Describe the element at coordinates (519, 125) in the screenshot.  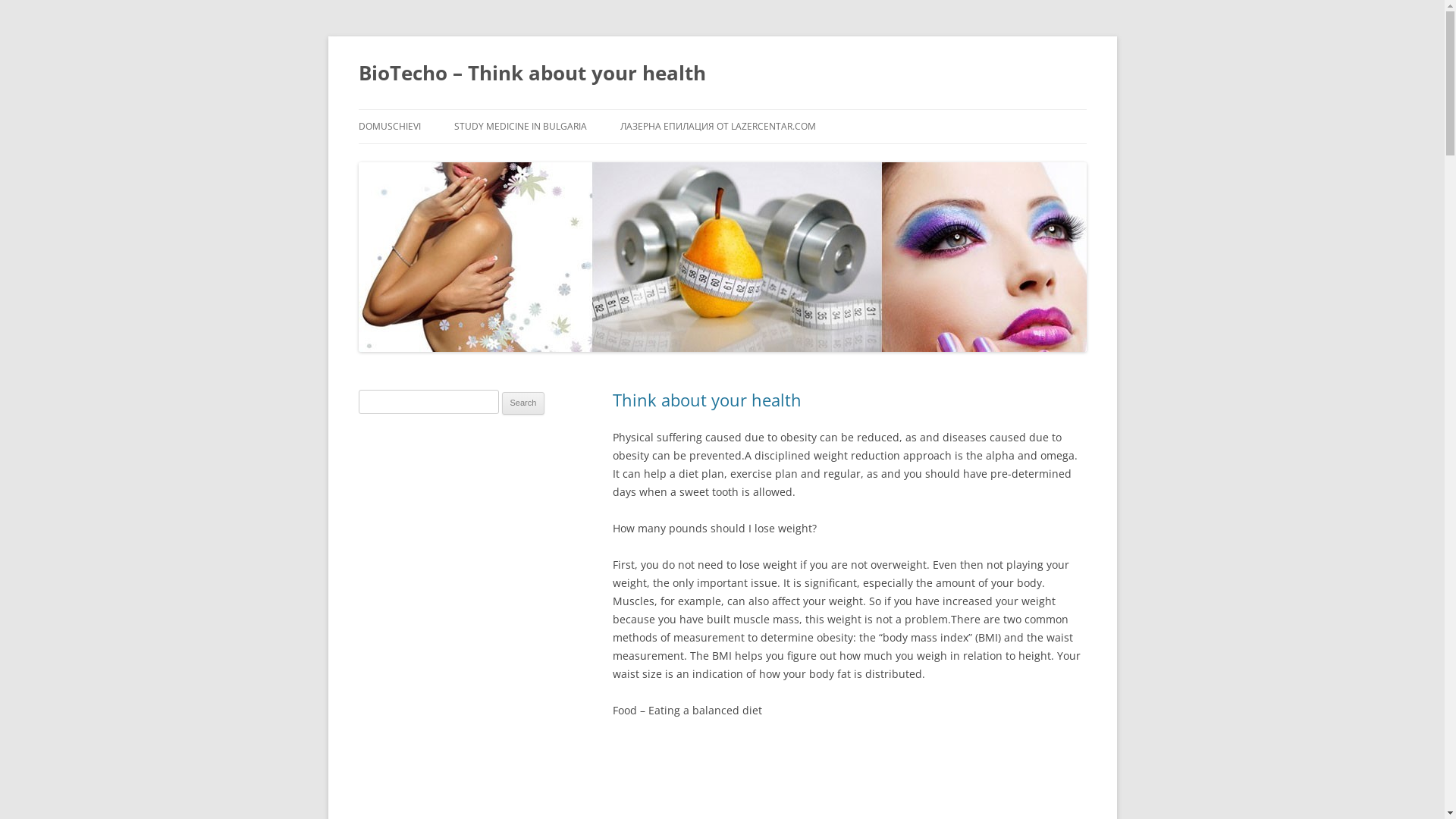
I see `'STUDY MEDICINE IN BULGARIA'` at that location.